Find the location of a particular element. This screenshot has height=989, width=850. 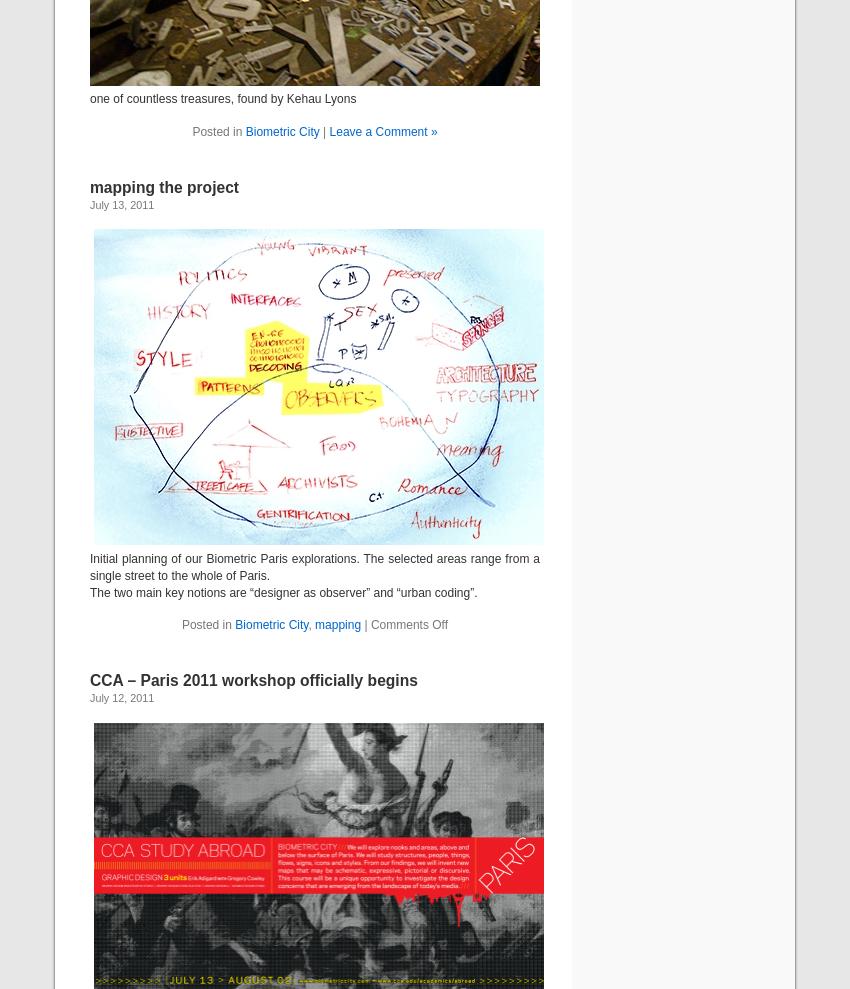

'July 13, 2011' is located at coordinates (89, 204).